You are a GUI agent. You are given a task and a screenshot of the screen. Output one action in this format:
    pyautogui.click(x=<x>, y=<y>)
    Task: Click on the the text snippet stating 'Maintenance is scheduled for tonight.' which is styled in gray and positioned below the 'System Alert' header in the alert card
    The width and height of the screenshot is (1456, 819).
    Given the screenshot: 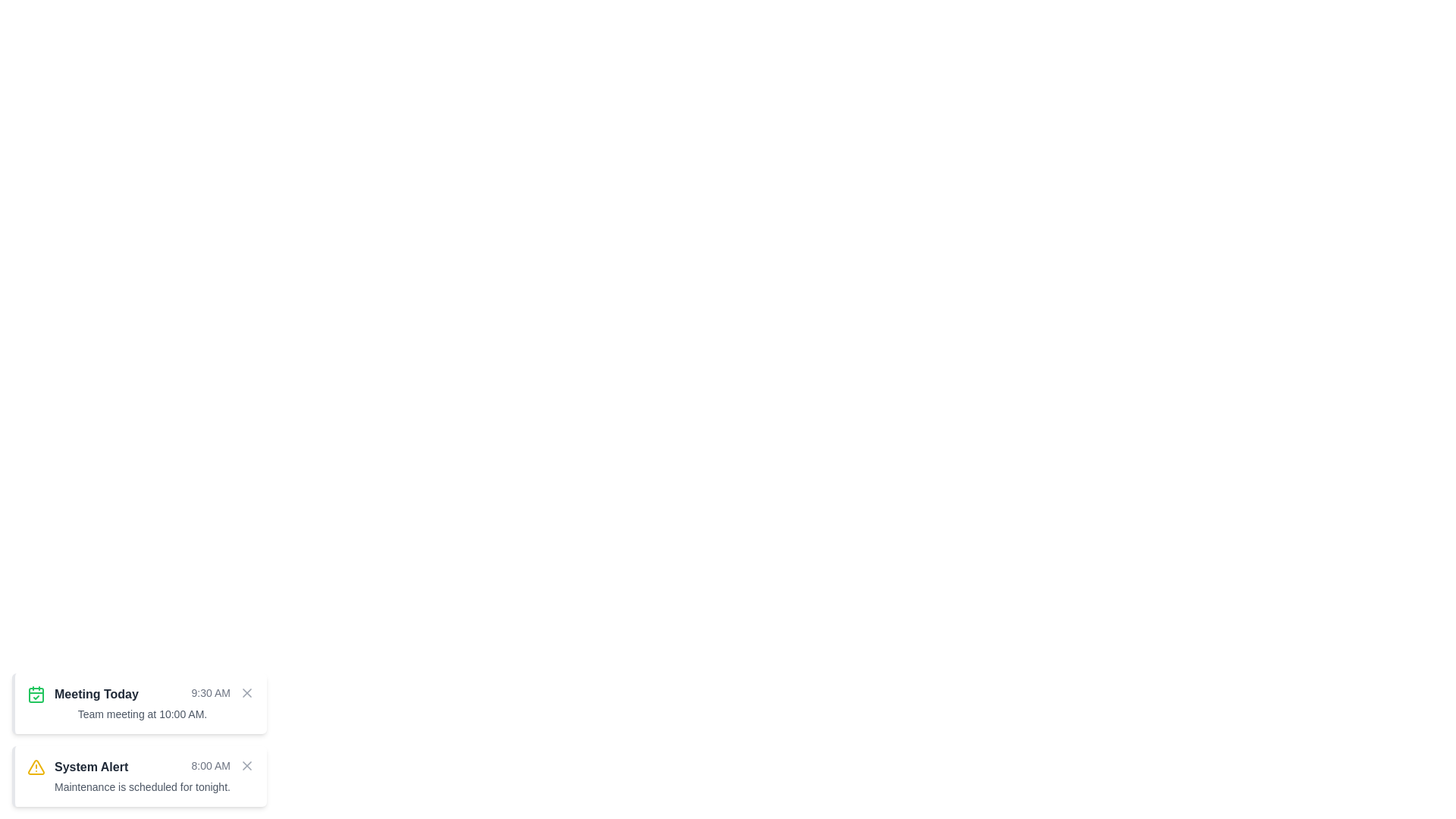 What is the action you would take?
    pyautogui.click(x=142, y=786)
    